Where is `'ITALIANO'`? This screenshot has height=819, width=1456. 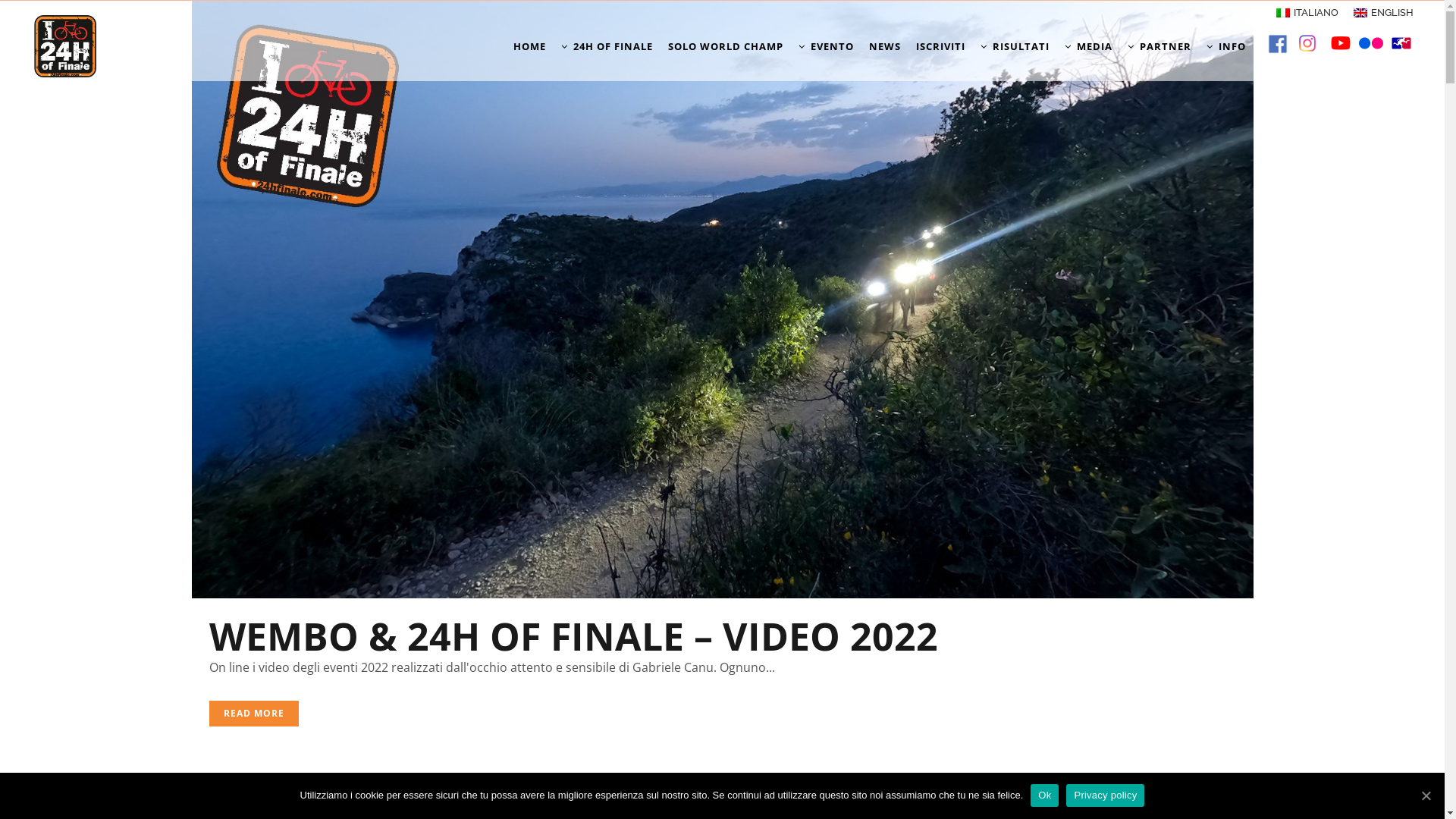 'ITALIANO' is located at coordinates (1306, 11).